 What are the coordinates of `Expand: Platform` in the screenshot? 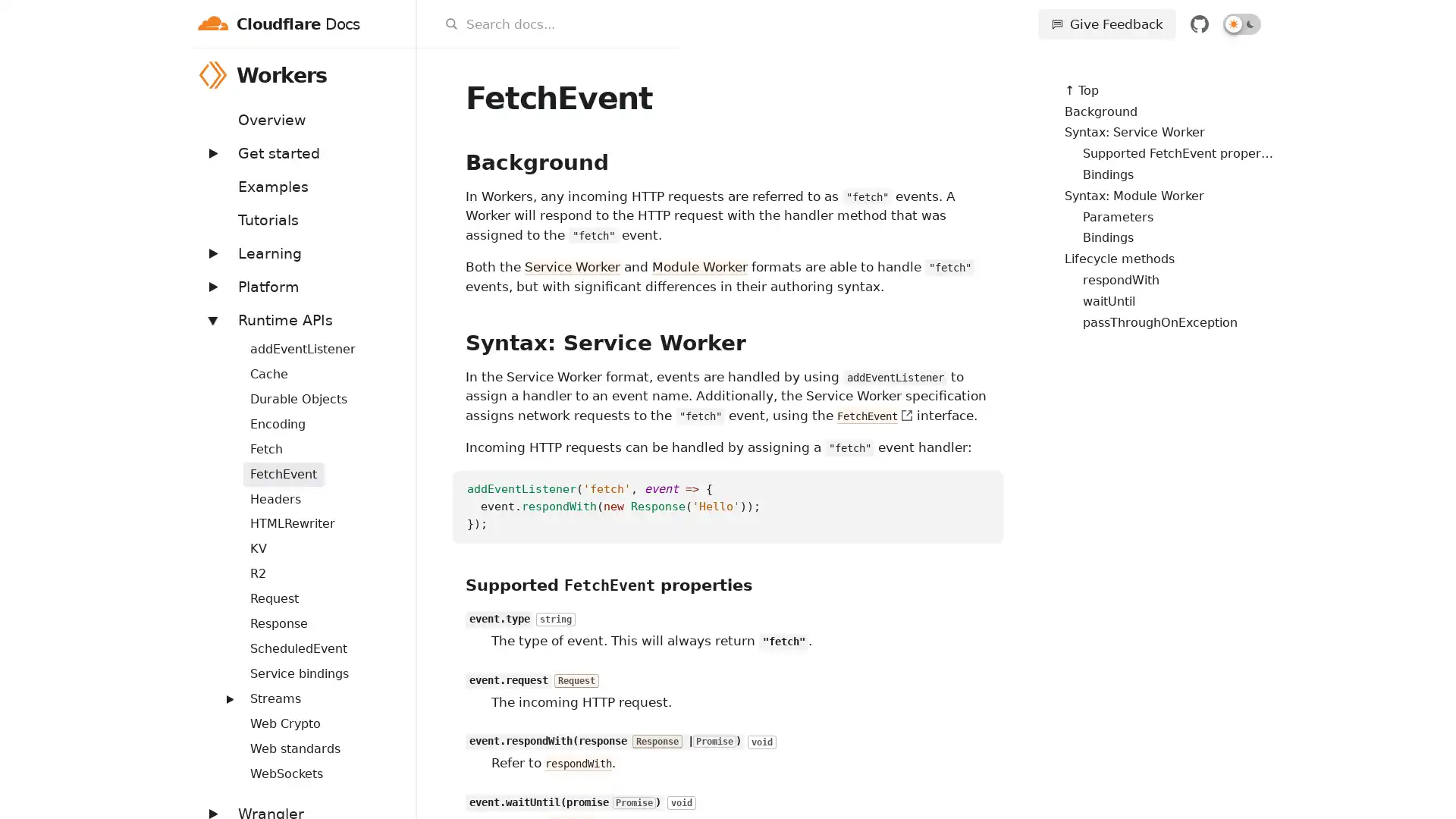 It's located at (211, 286).